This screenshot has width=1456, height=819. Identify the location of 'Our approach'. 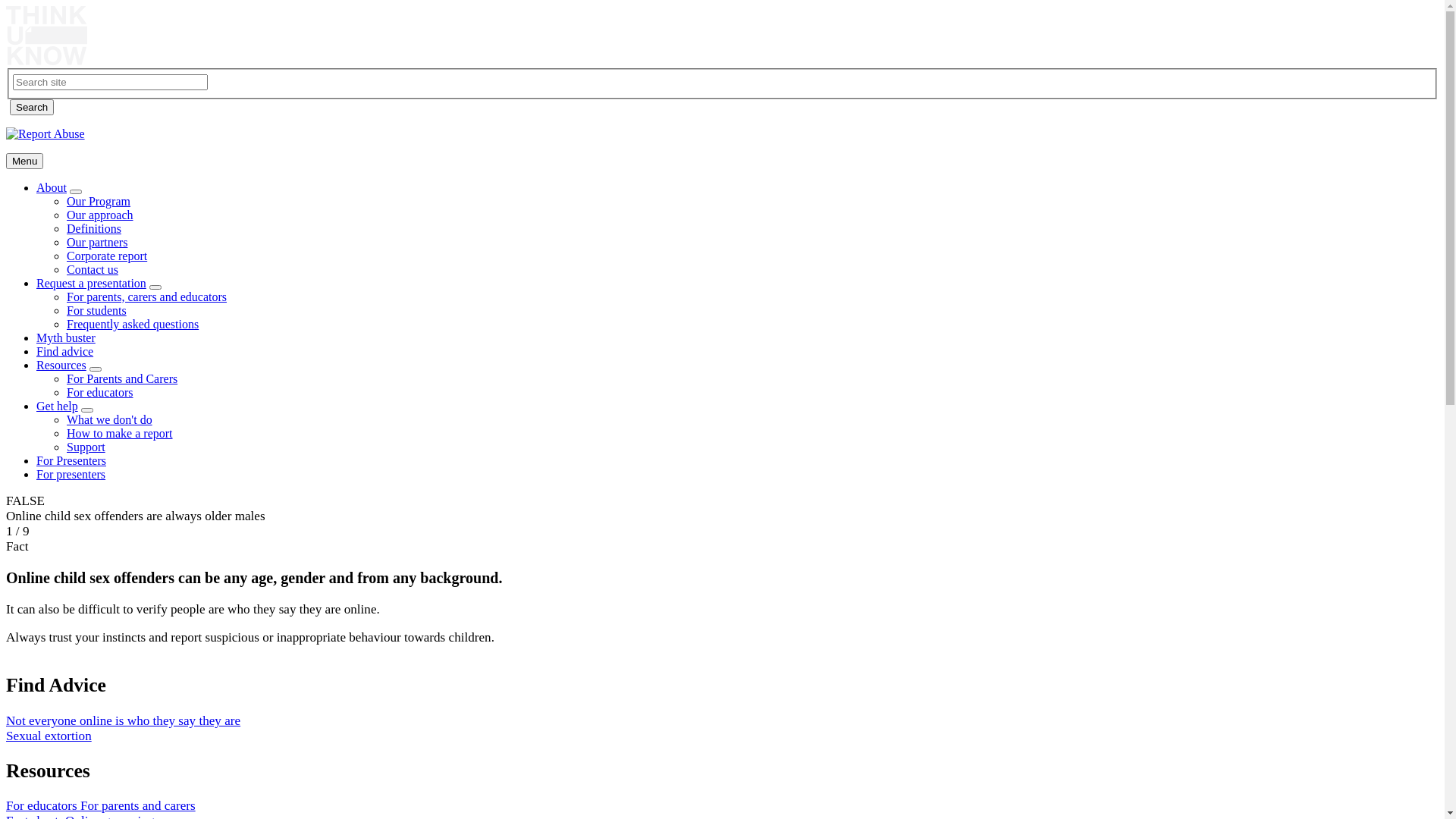
(65, 215).